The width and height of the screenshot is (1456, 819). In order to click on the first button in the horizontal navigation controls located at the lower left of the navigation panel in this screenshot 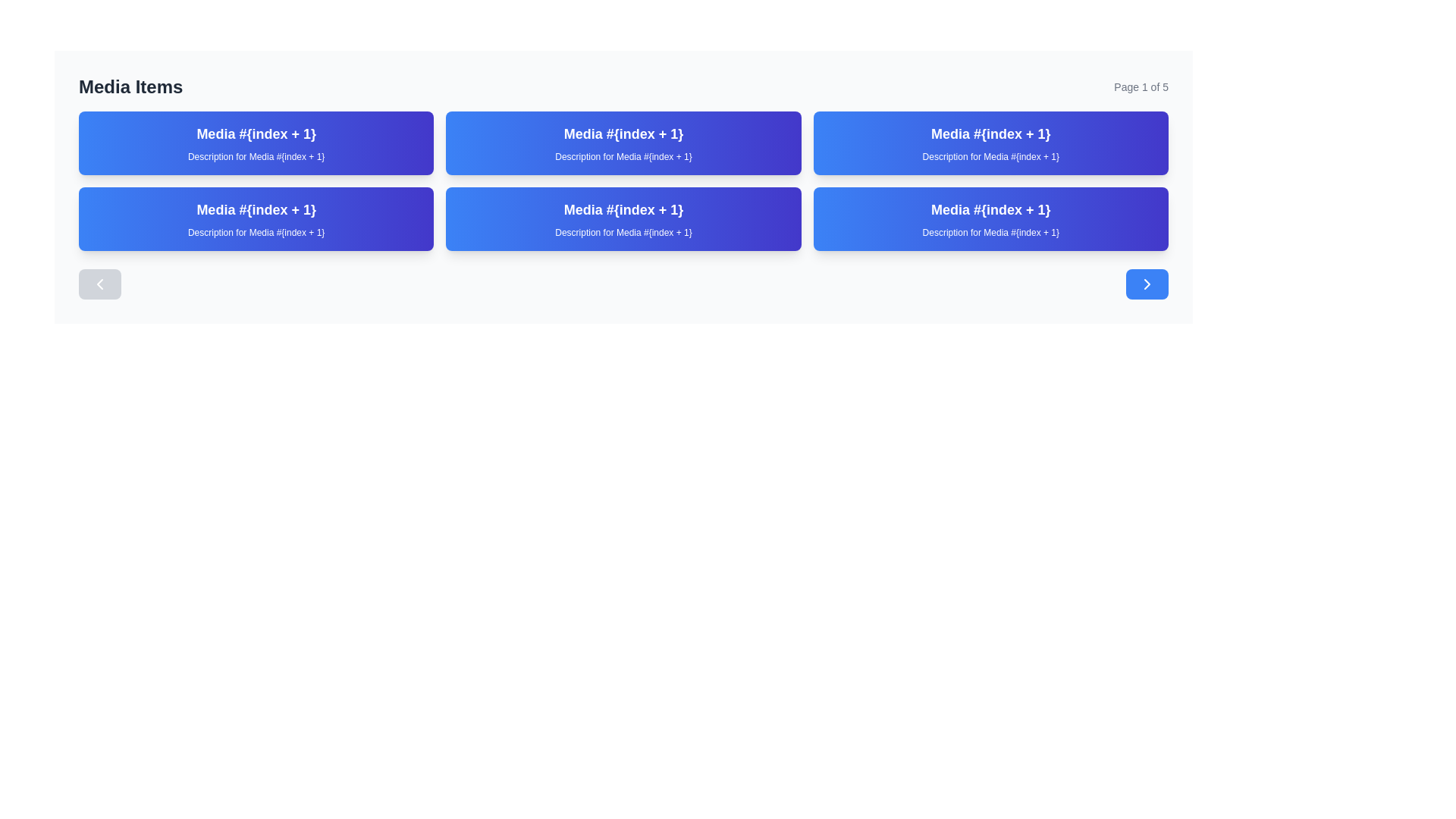, I will do `click(99, 284)`.